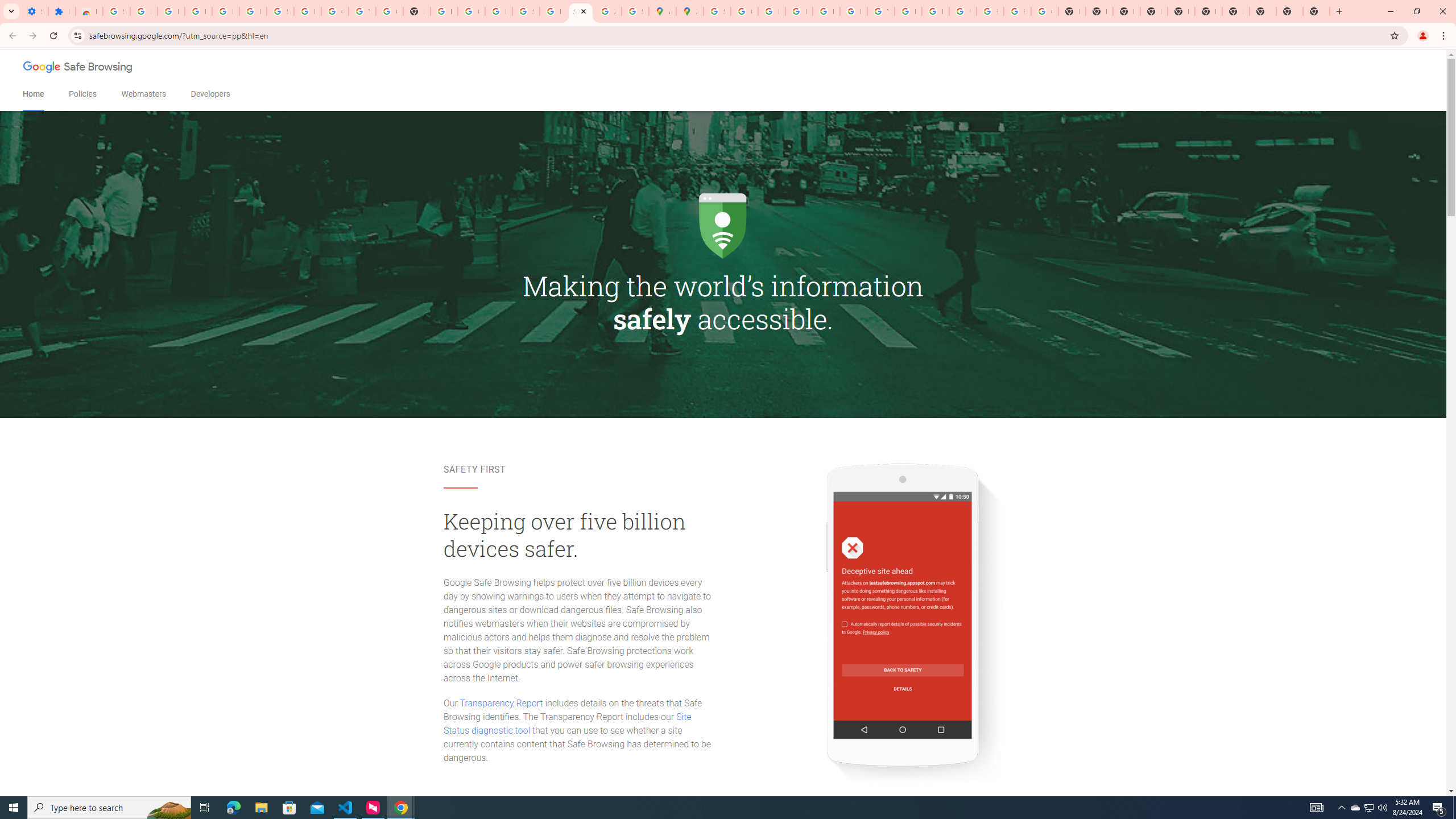 This screenshot has height=819, width=1456. Describe the element at coordinates (35, 11) in the screenshot. I see `'Settings - On startup'` at that location.